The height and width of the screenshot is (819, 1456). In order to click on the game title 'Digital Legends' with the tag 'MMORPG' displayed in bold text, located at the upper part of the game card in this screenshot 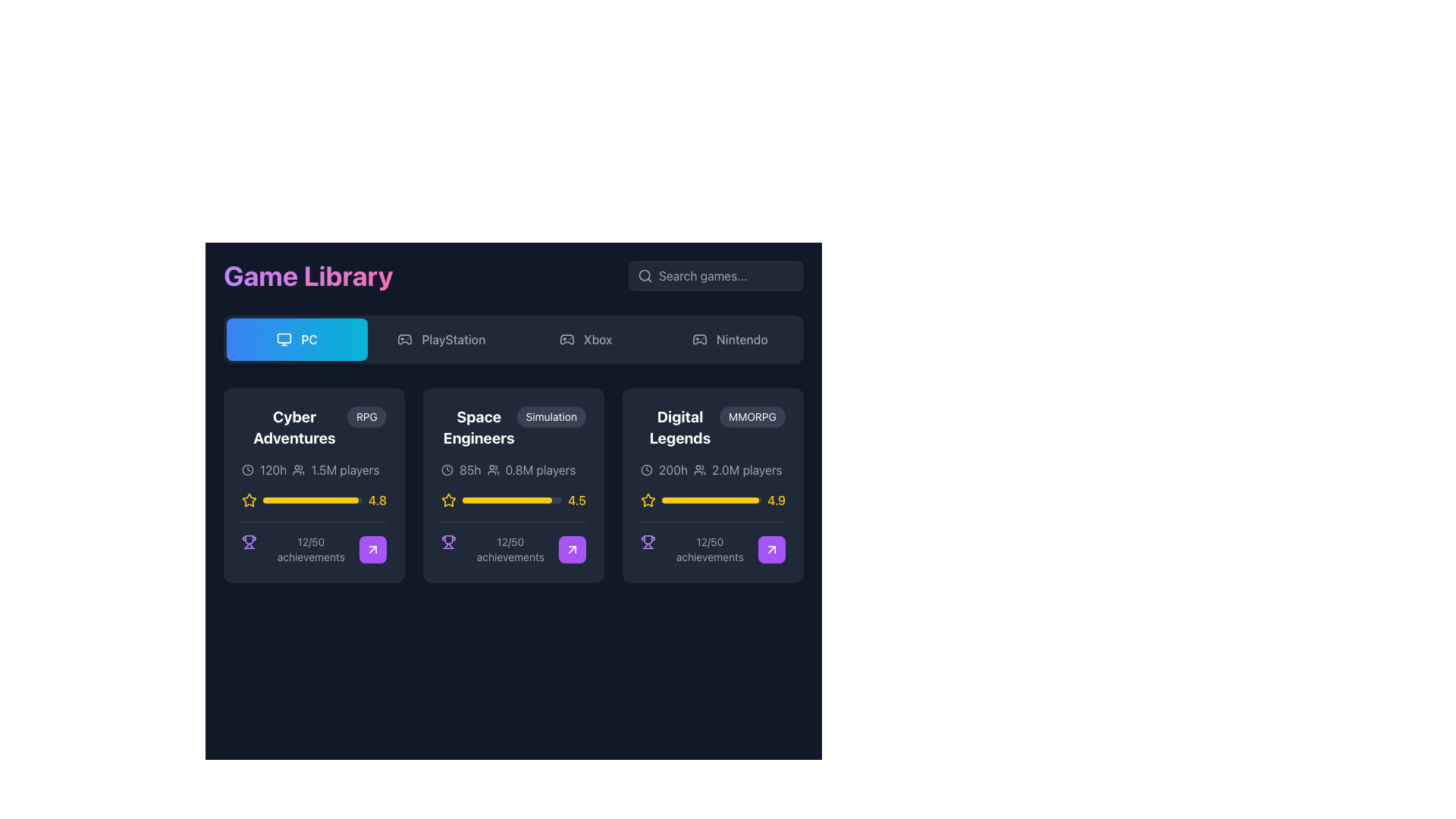, I will do `click(712, 427)`.